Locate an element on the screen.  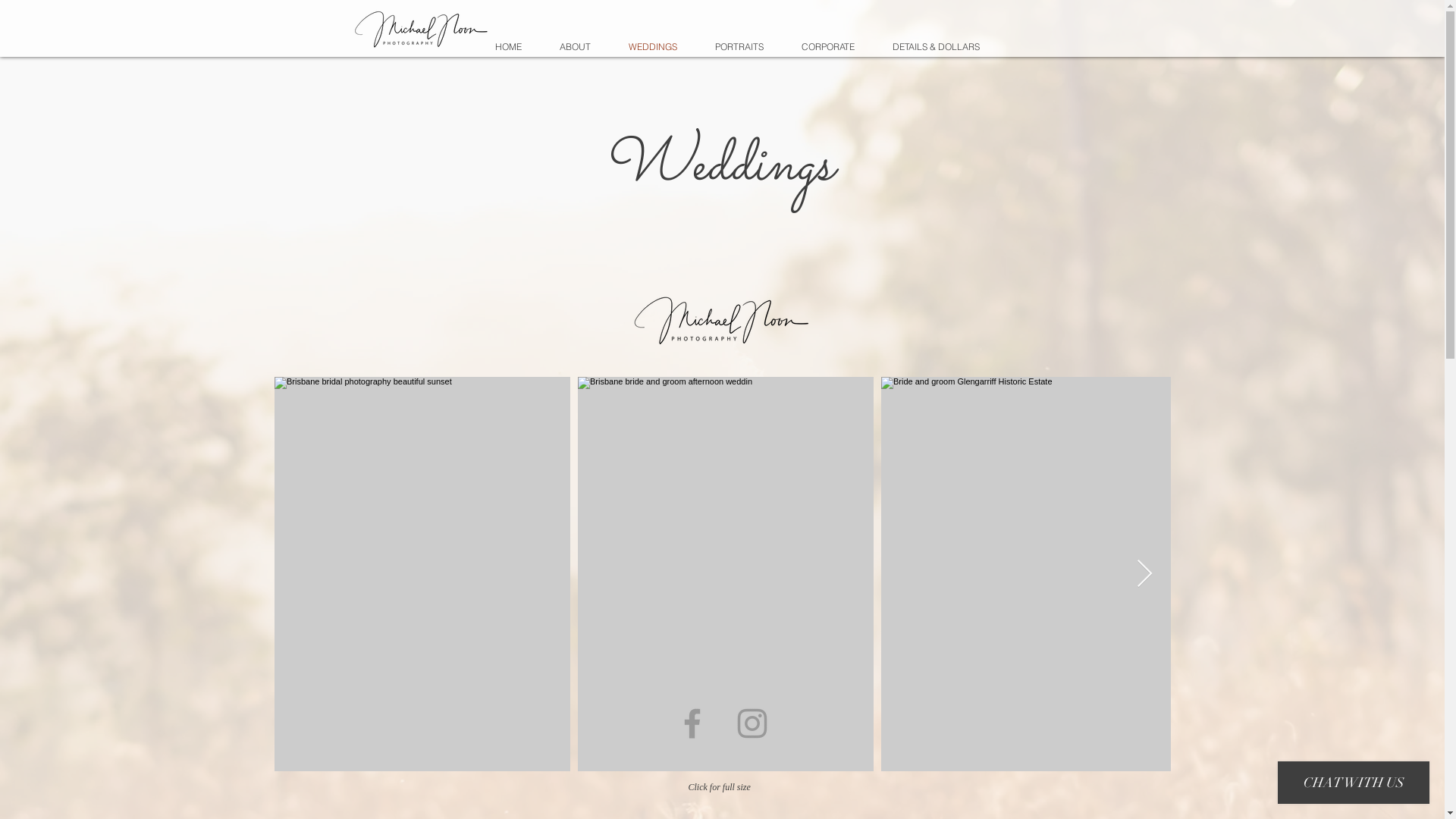
'PORTRAITS' is located at coordinates (739, 45).